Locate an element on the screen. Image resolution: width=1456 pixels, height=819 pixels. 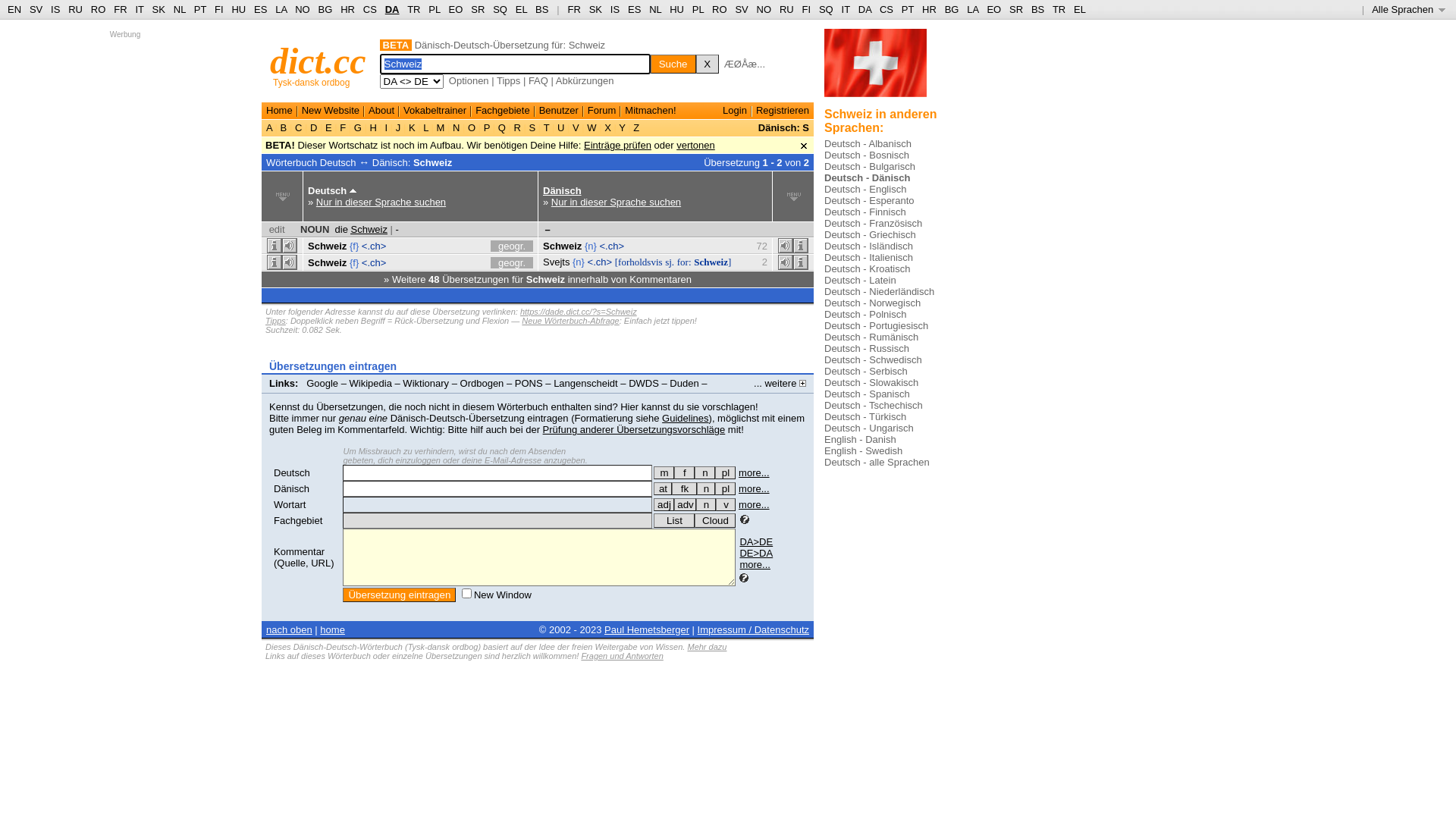
'geogr.' is located at coordinates (512, 261).